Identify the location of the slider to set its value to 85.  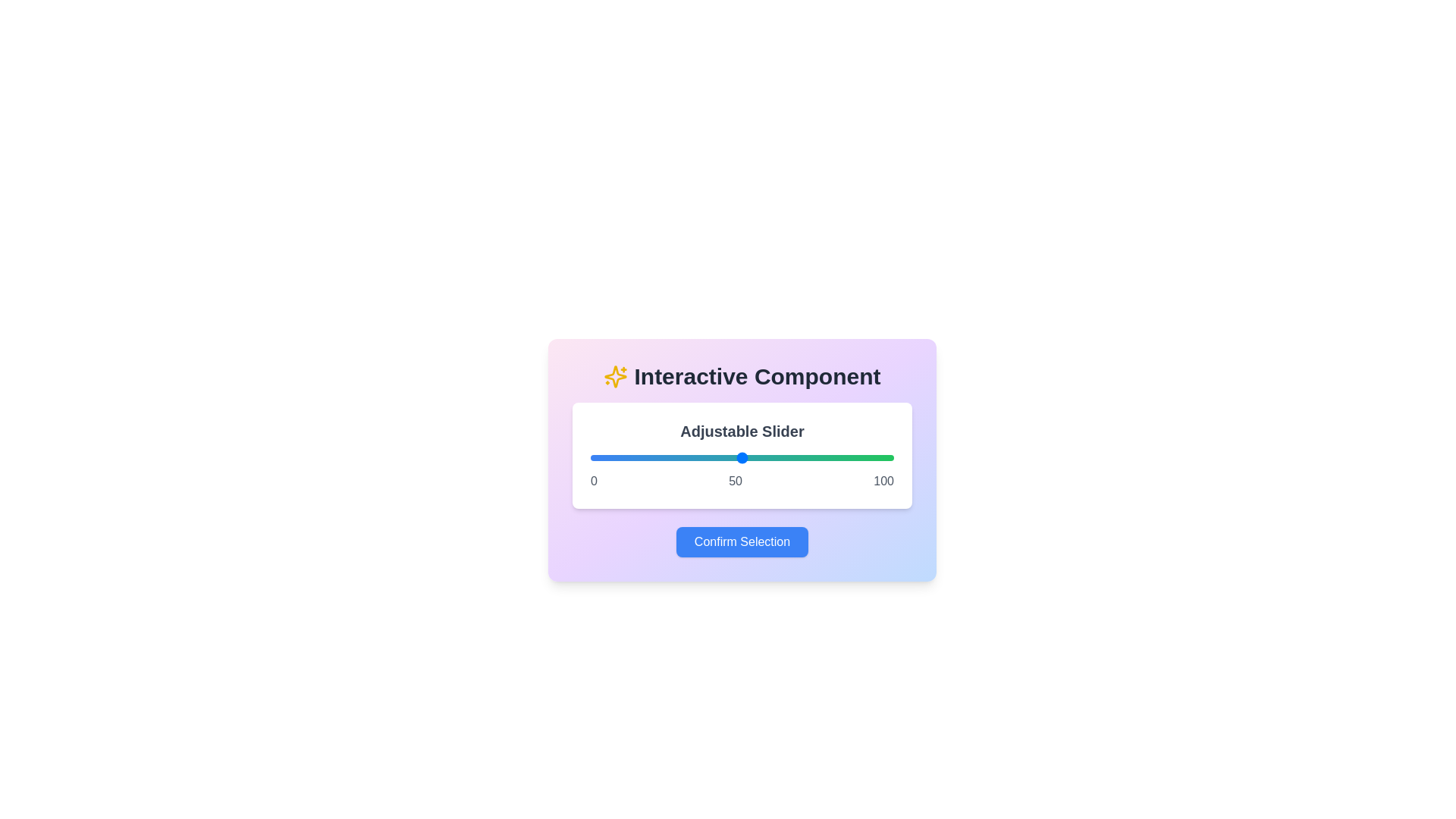
(847, 457).